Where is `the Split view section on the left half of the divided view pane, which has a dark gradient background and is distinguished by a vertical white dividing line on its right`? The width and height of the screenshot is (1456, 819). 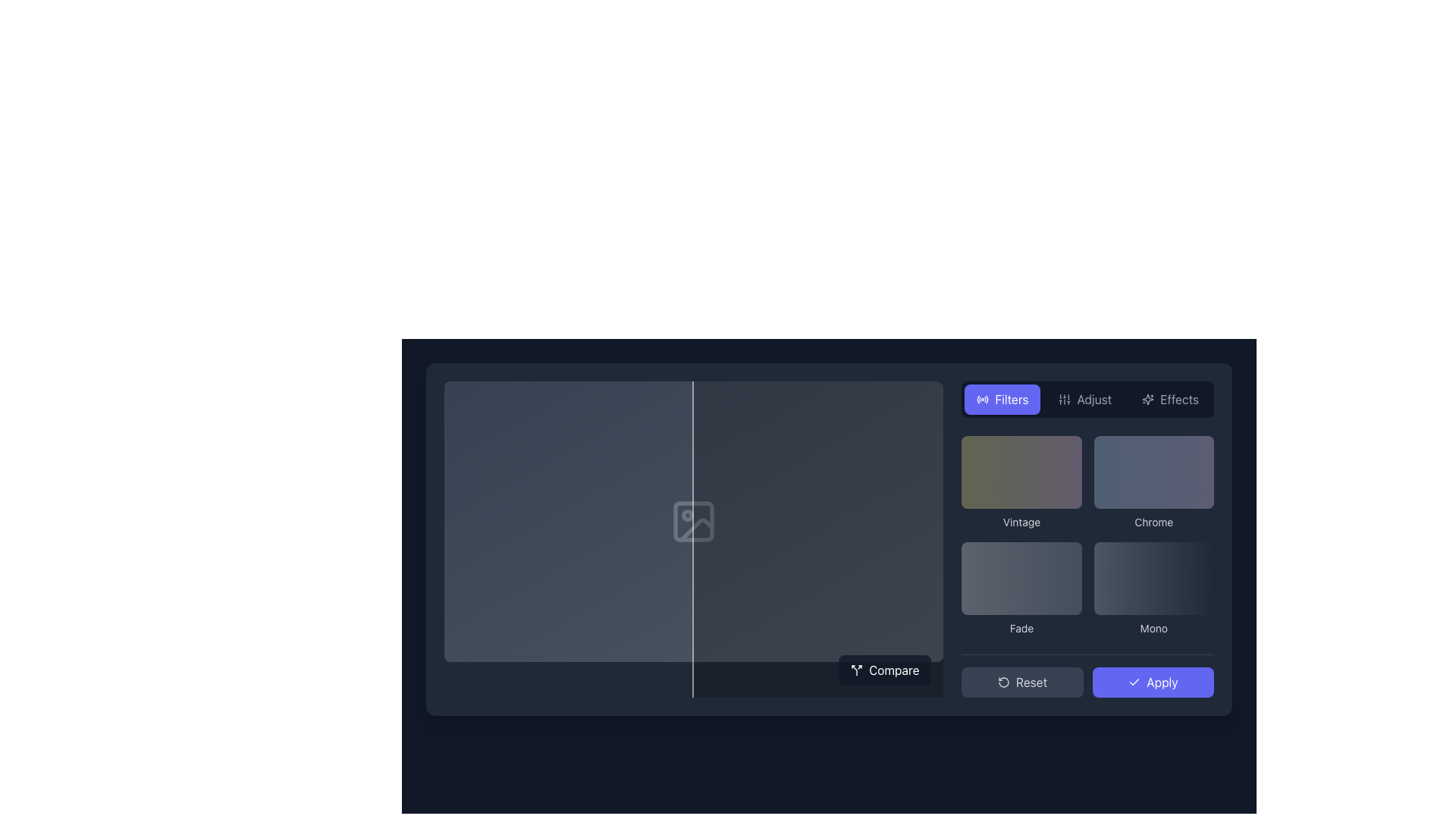 the Split view section on the left half of the divided view pane, which has a dark gradient background and is distinguished by a vertical white dividing line on its right is located at coordinates (568, 538).